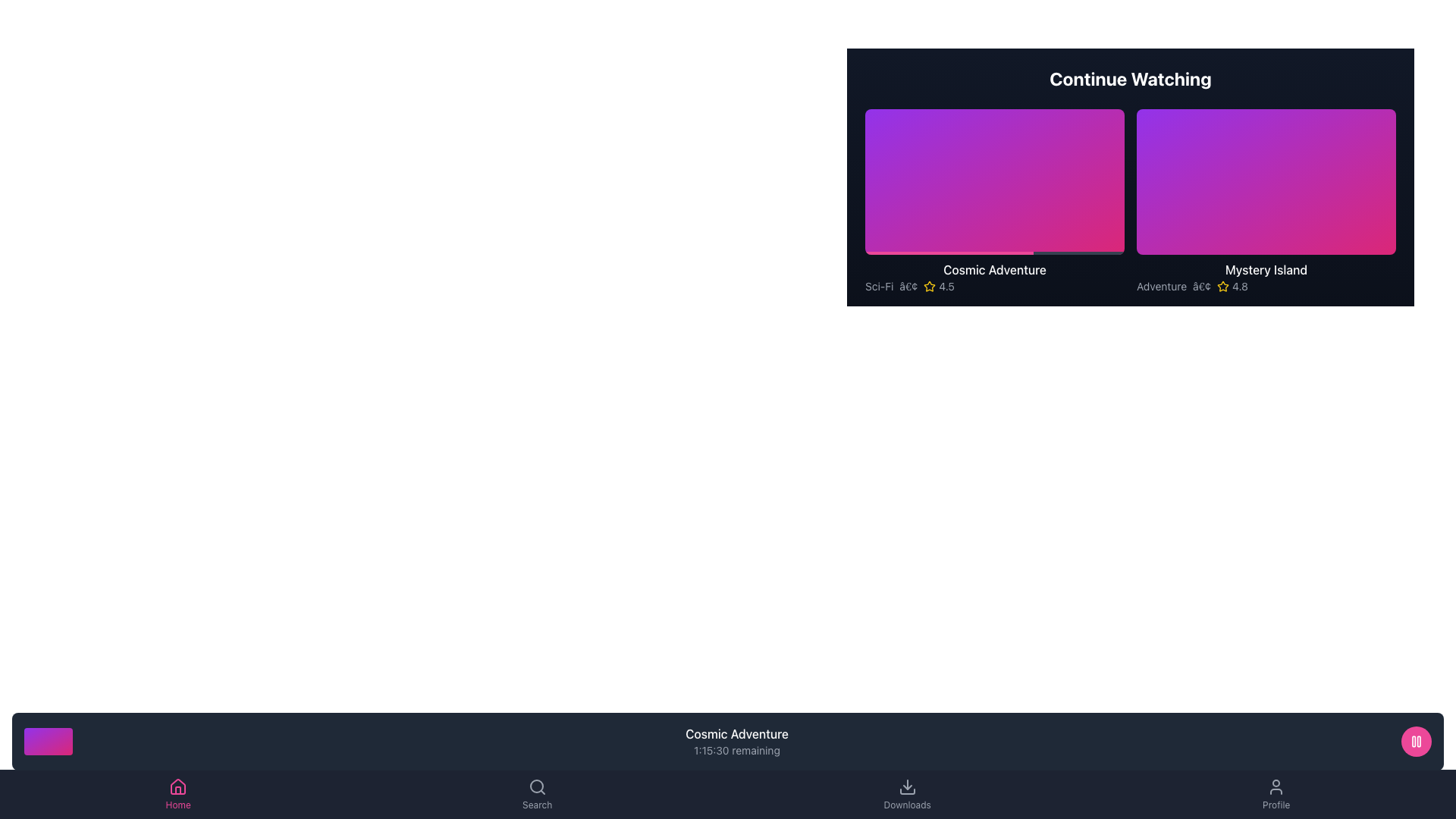  What do you see at coordinates (908, 287) in the screenshot?
I see `the bullet or separator that visually separates the genre 'Sci-Fi' from the rating '4.5'` at bounding box center [908, 287].